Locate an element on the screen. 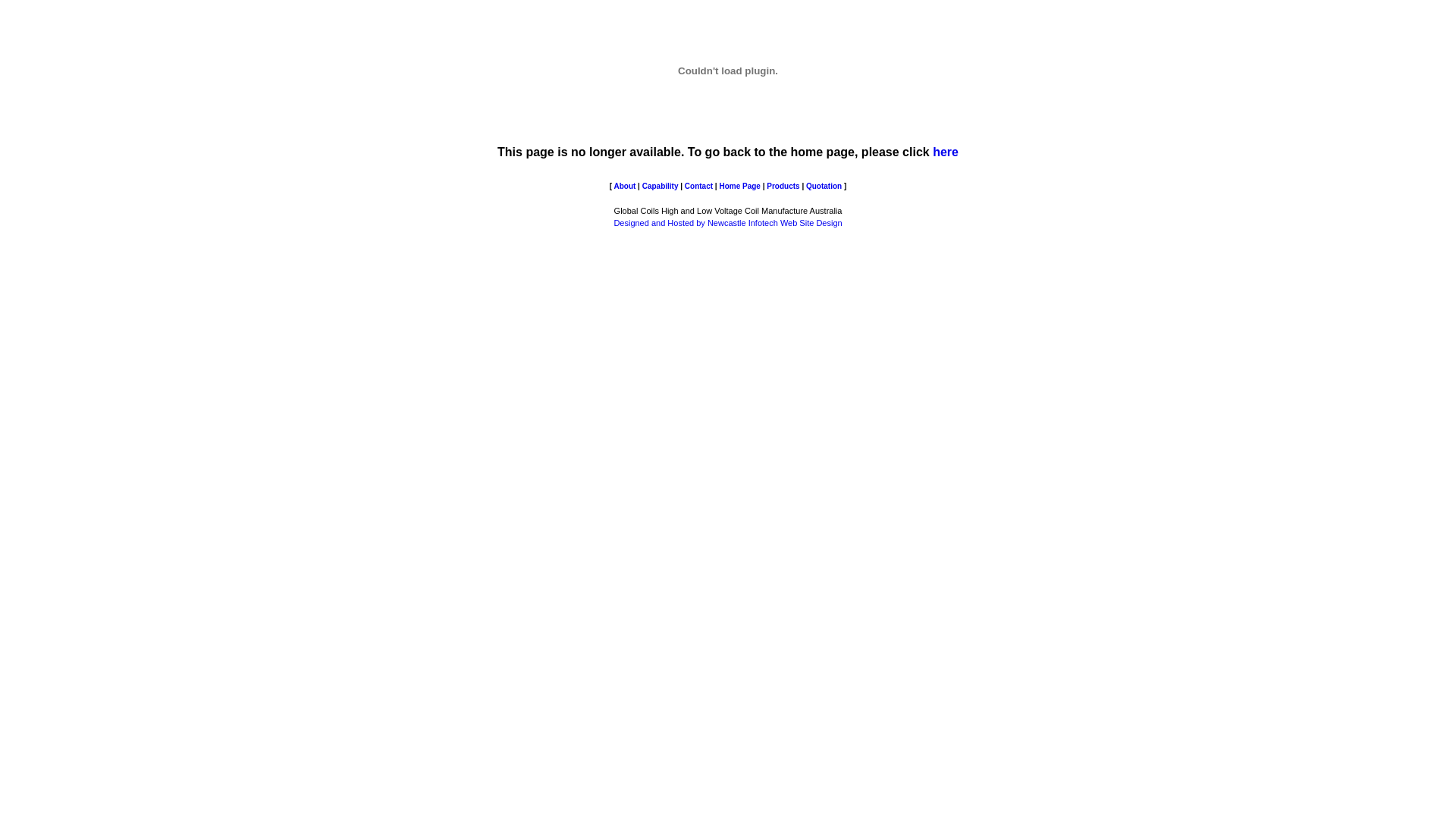 The image size is (1456, 819). 'Contact' is located at coordinates (698, 185).